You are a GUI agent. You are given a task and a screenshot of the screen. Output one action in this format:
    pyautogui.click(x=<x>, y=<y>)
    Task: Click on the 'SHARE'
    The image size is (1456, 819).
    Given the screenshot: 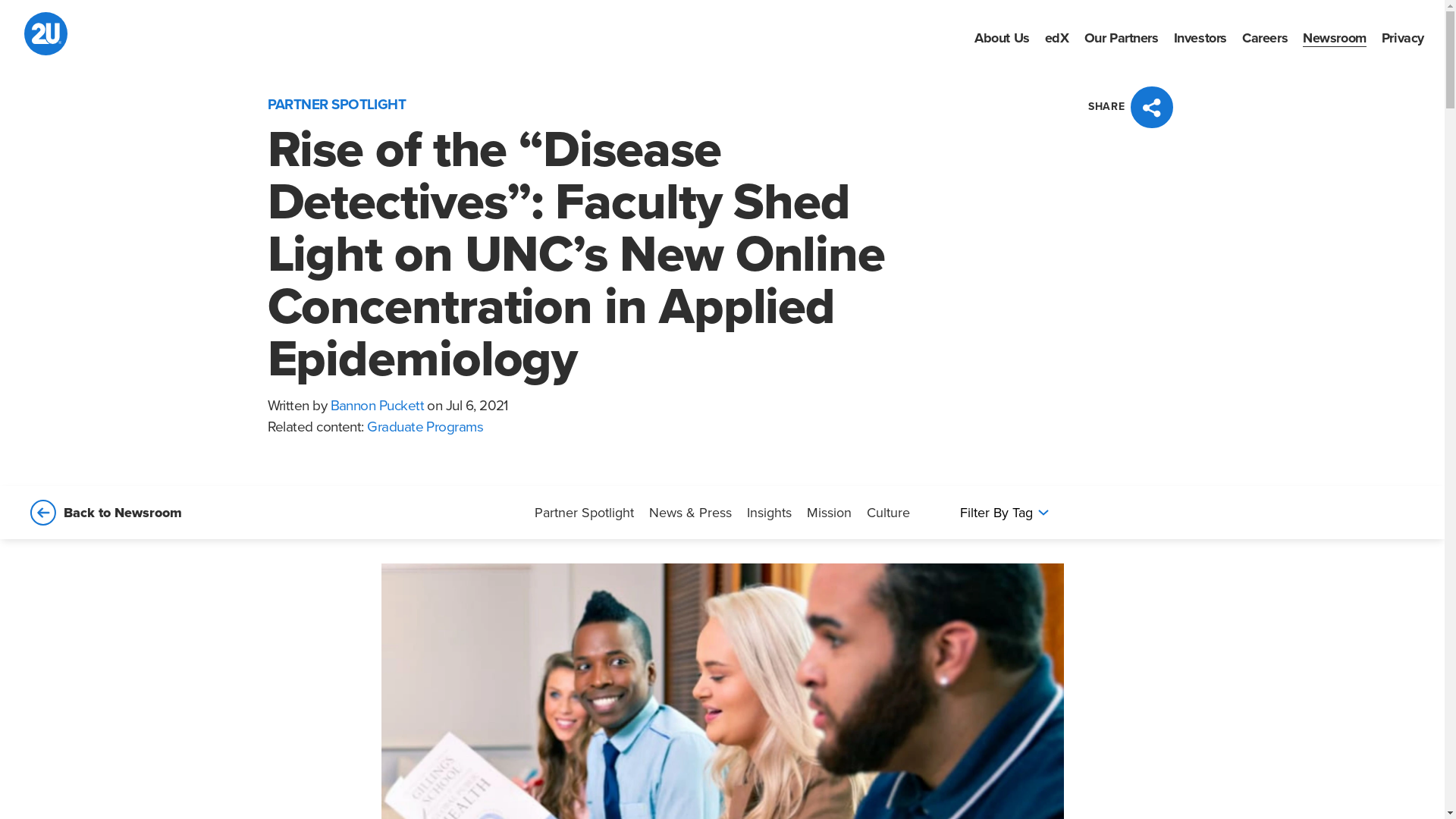 What is the action you would take?
    pyautogui.click(x=1132, y=106)
    